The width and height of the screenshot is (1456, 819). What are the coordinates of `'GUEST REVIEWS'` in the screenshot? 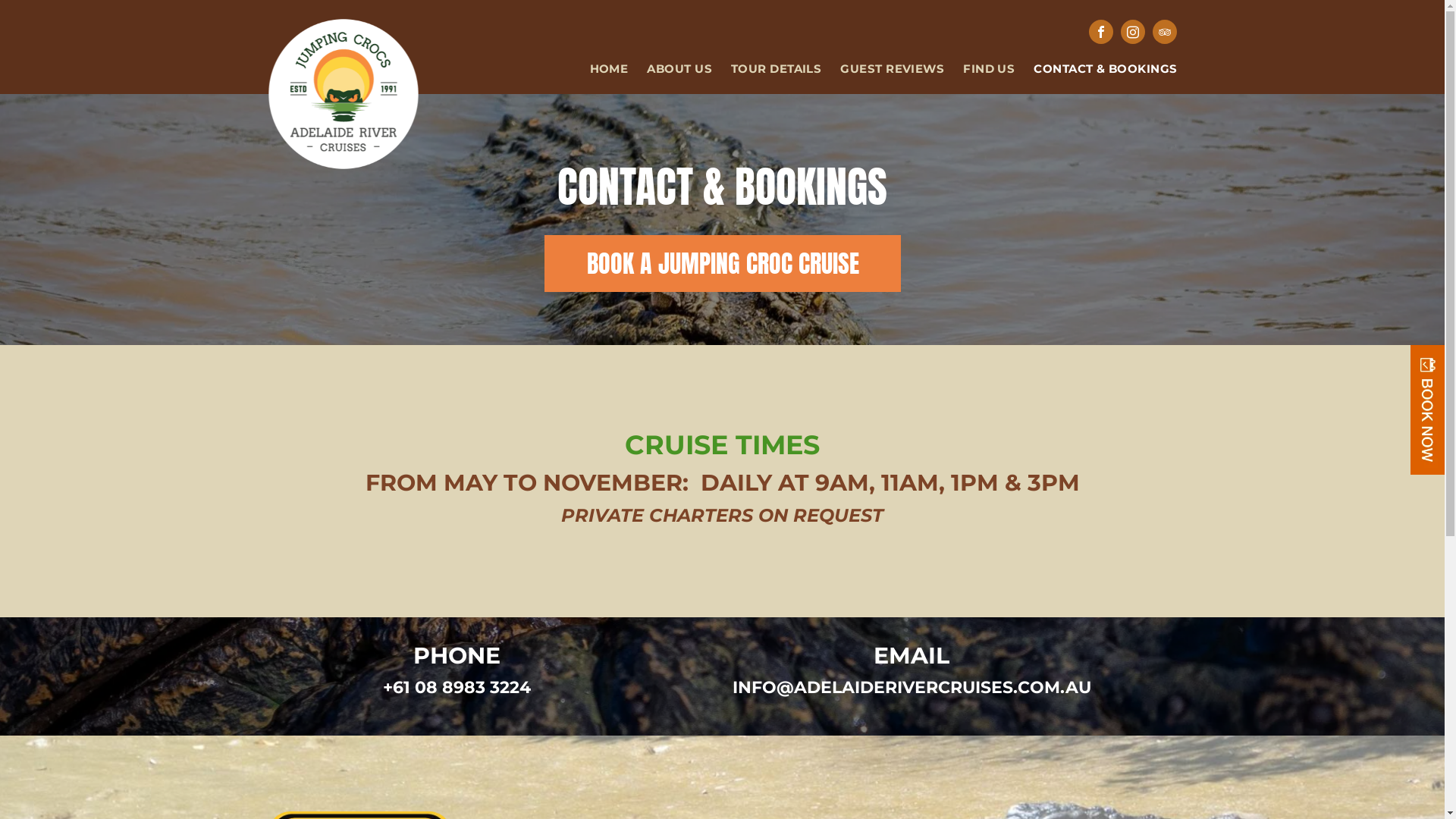 It's located at (882, 69).